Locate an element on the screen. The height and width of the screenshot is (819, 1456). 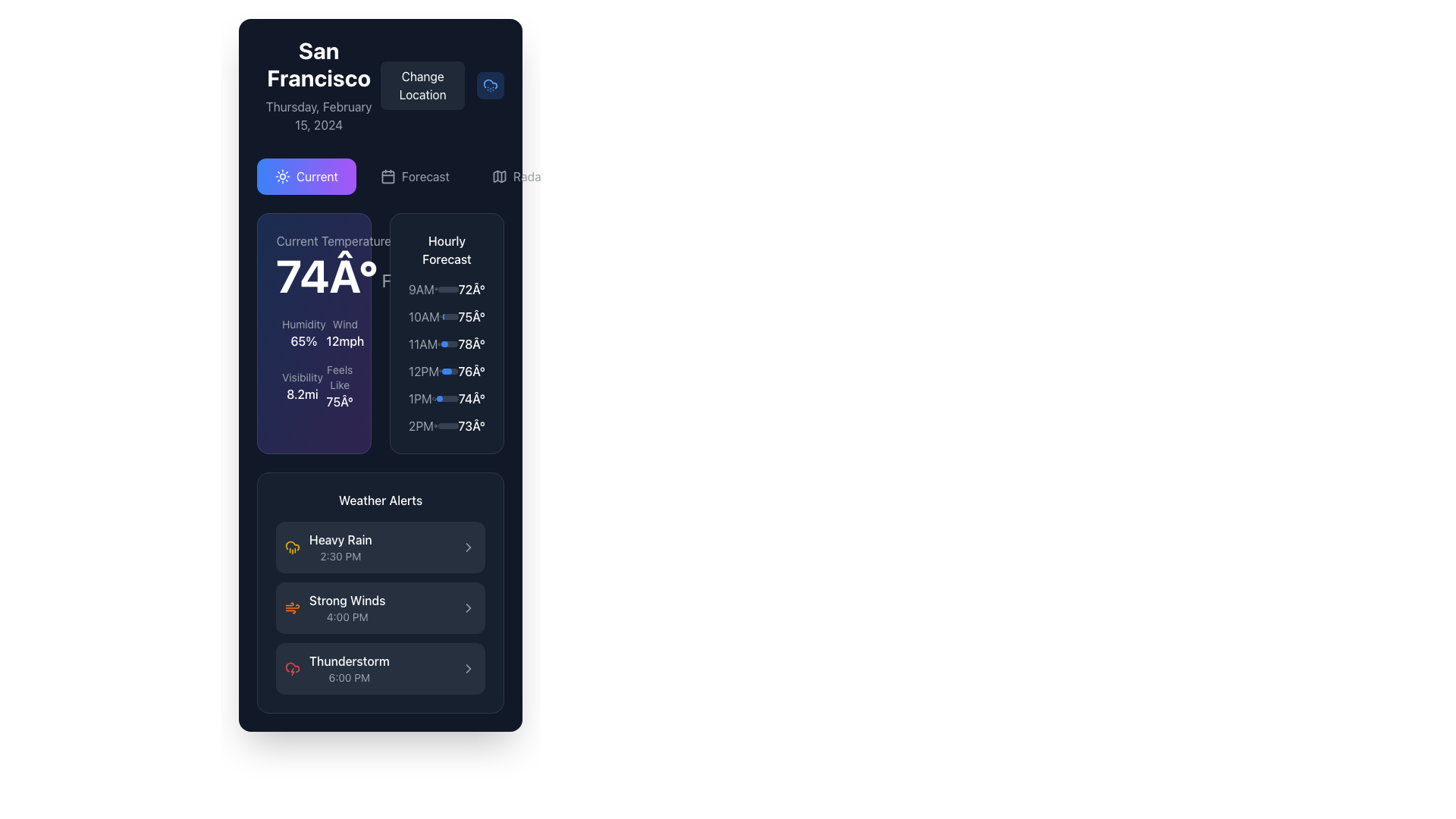
the static text element displaying the temperature forecast value (74Â°) for 1PM, located in the 'Hourly Forecast' card is located at coordinates (471, 397).